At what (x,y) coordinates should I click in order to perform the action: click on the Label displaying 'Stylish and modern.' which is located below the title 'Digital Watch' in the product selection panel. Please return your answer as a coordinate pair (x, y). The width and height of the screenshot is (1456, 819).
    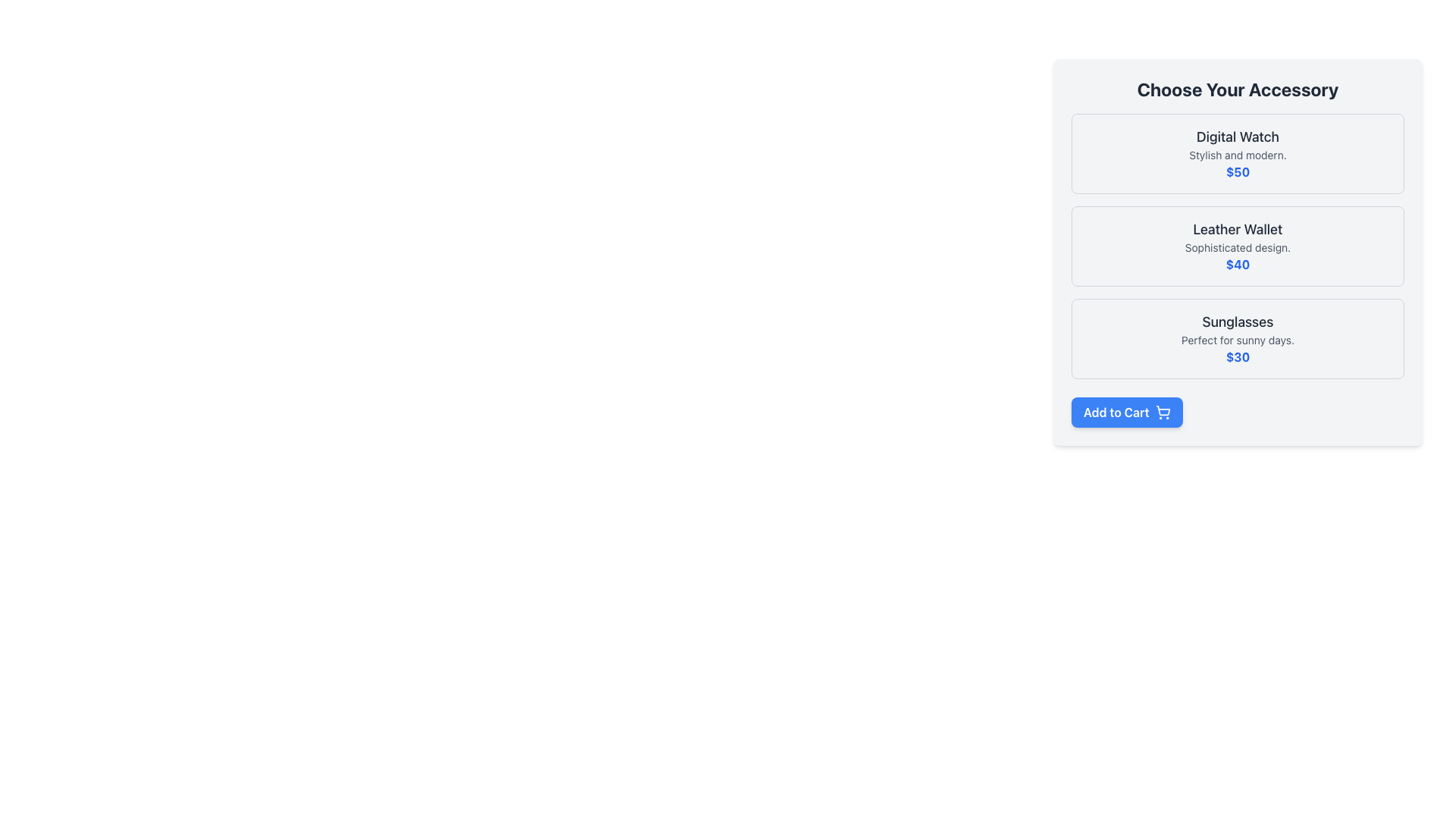
    Looking at the image, I should click on (1238, 155).